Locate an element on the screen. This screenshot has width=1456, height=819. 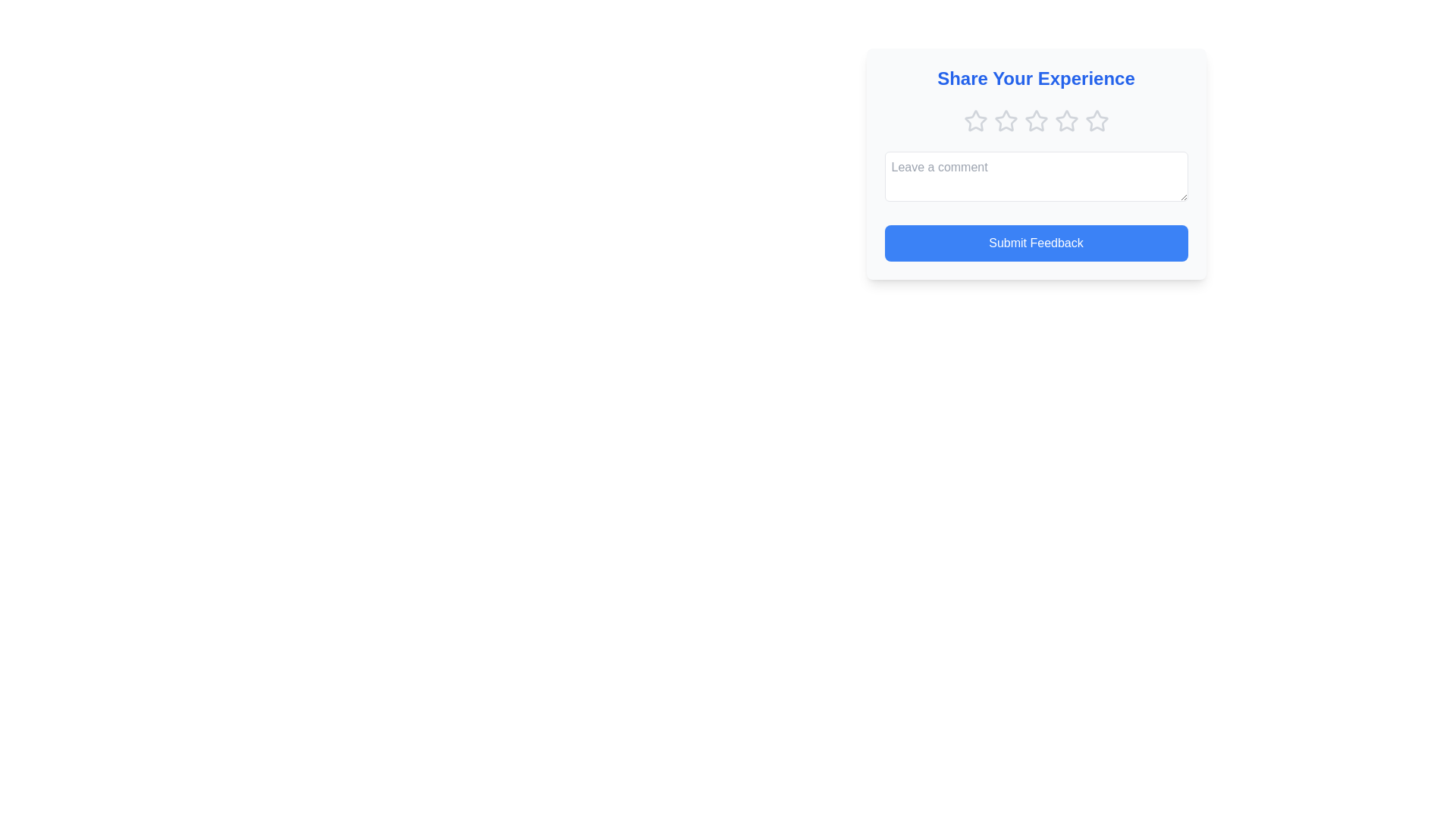
the first rating star icon to assign a rating value of one out of five, located near the top-left of the comment input box in the feedback form is located at coordinates (975, 120).